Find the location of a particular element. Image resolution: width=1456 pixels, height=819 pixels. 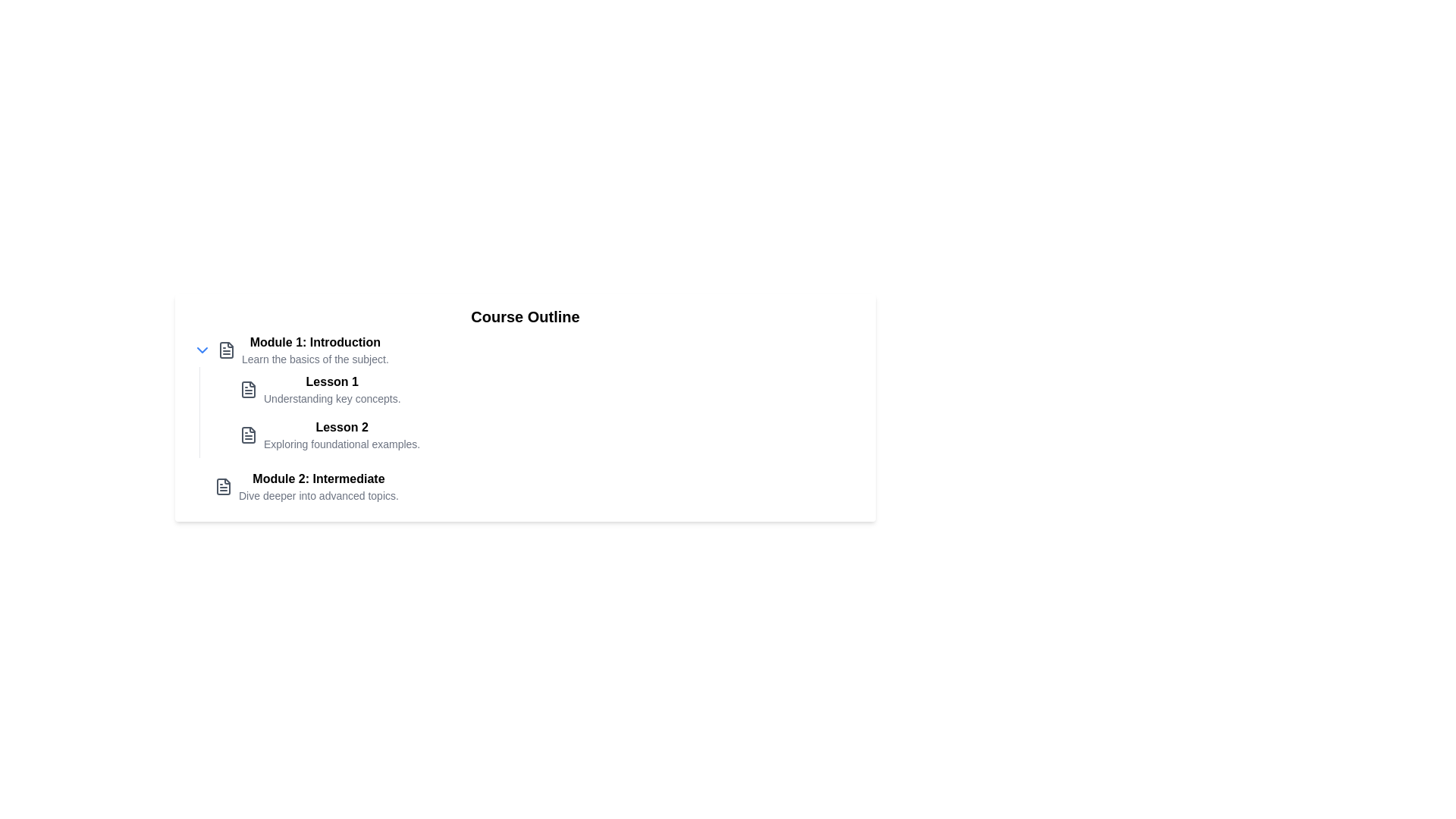

the text label 'Module 1: Introduction' is located at coordinates (314, 342).